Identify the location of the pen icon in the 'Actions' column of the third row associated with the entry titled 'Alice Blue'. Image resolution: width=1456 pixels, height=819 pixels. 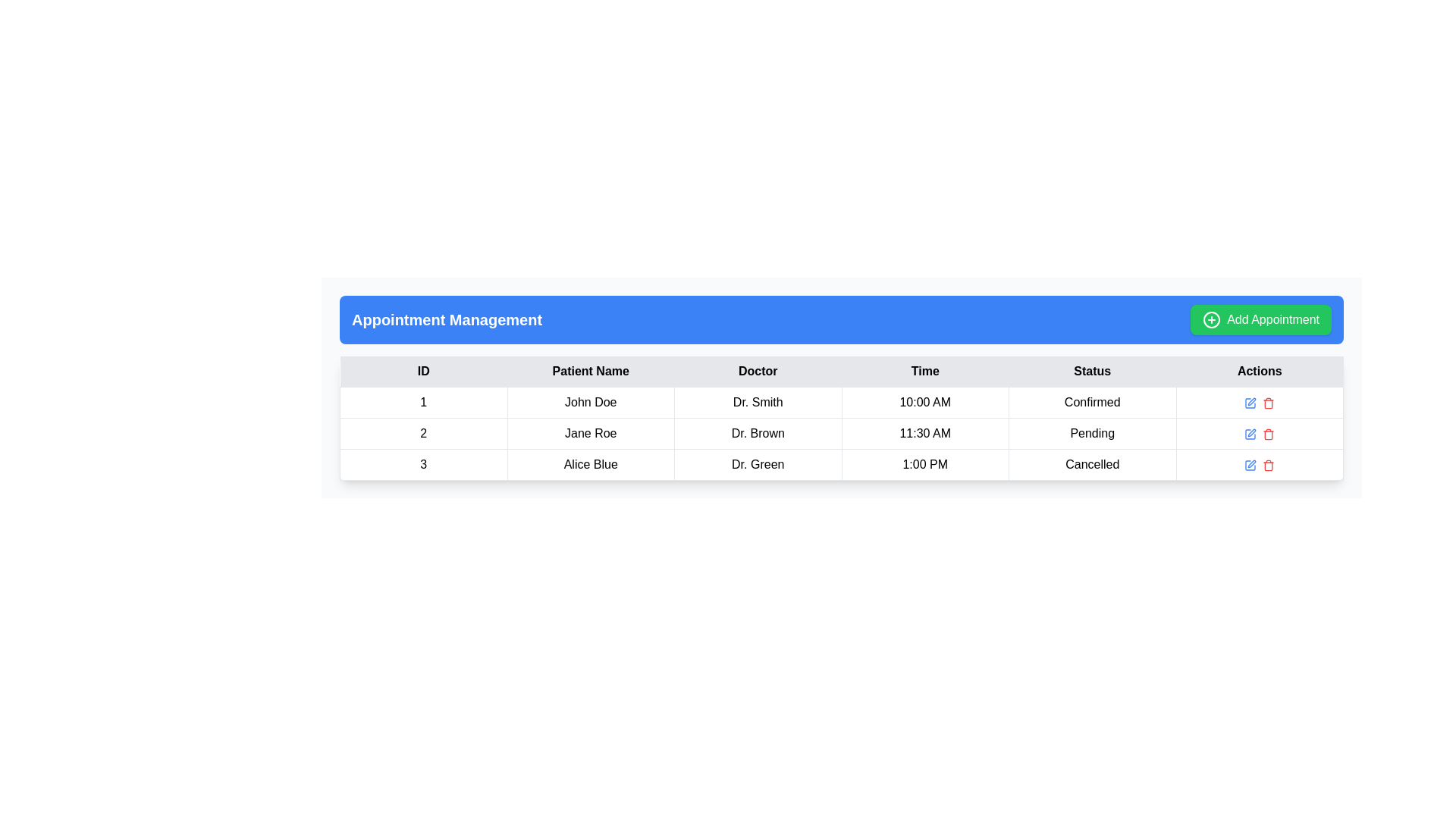
(1252, 463).